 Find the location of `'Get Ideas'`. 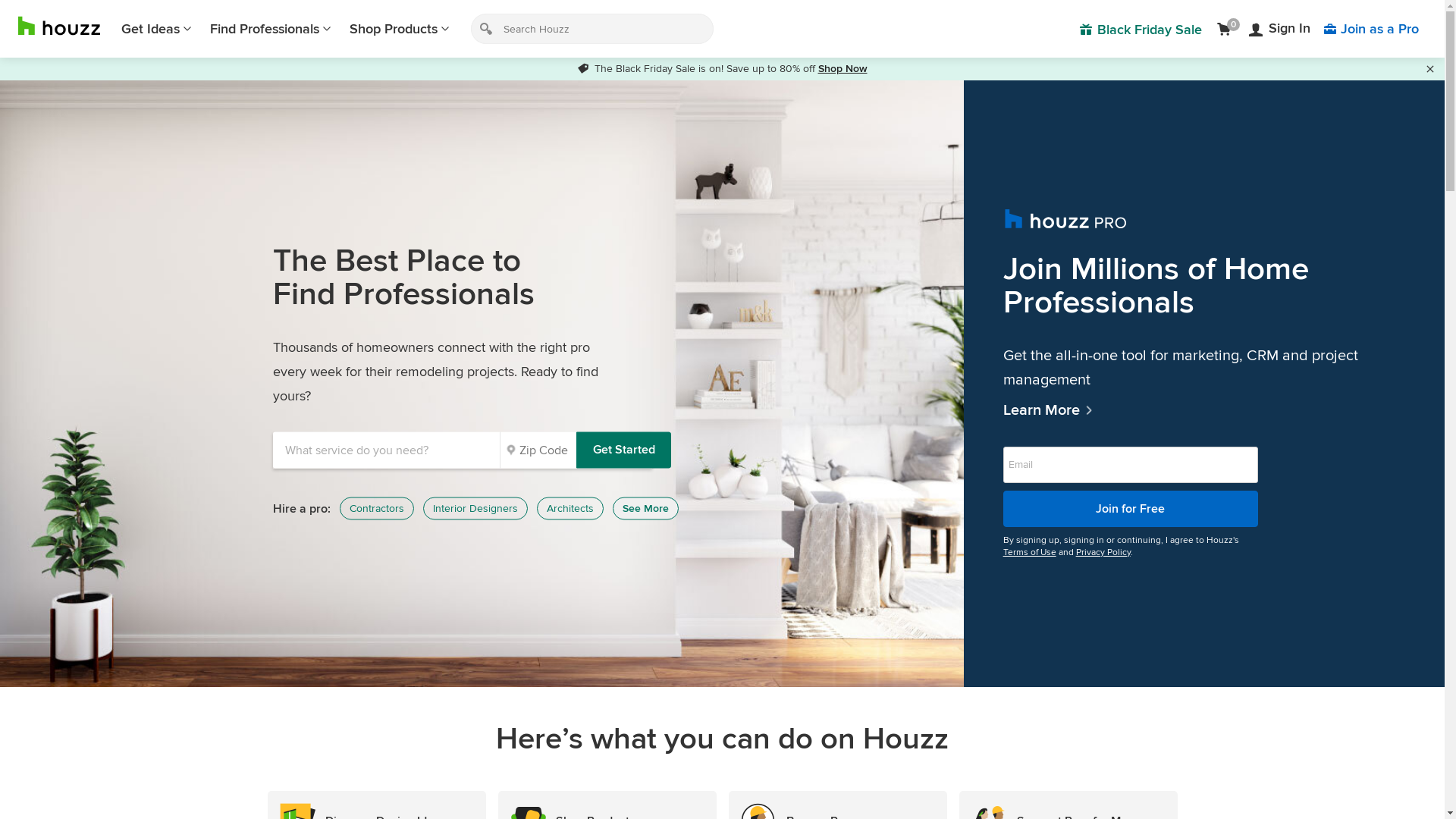

'Get Ideas' is located at coordinates (111, 29).